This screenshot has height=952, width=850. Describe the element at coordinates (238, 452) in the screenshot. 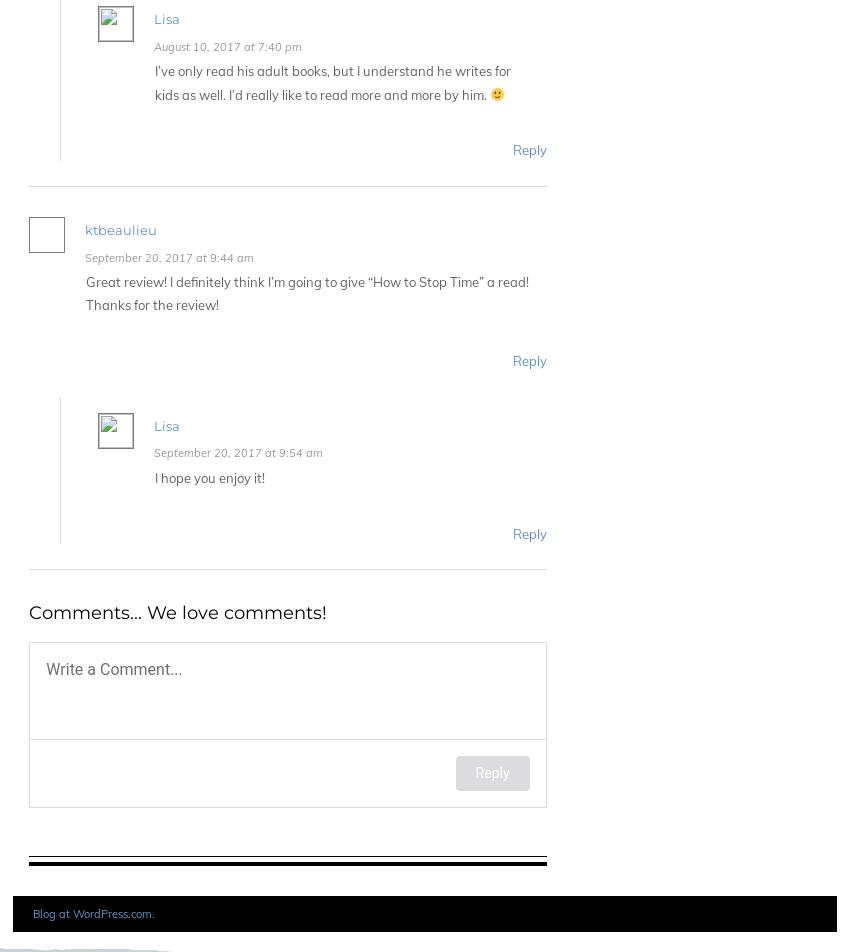

I see `'September 20, 2017 at 9:54 am'` at that location.